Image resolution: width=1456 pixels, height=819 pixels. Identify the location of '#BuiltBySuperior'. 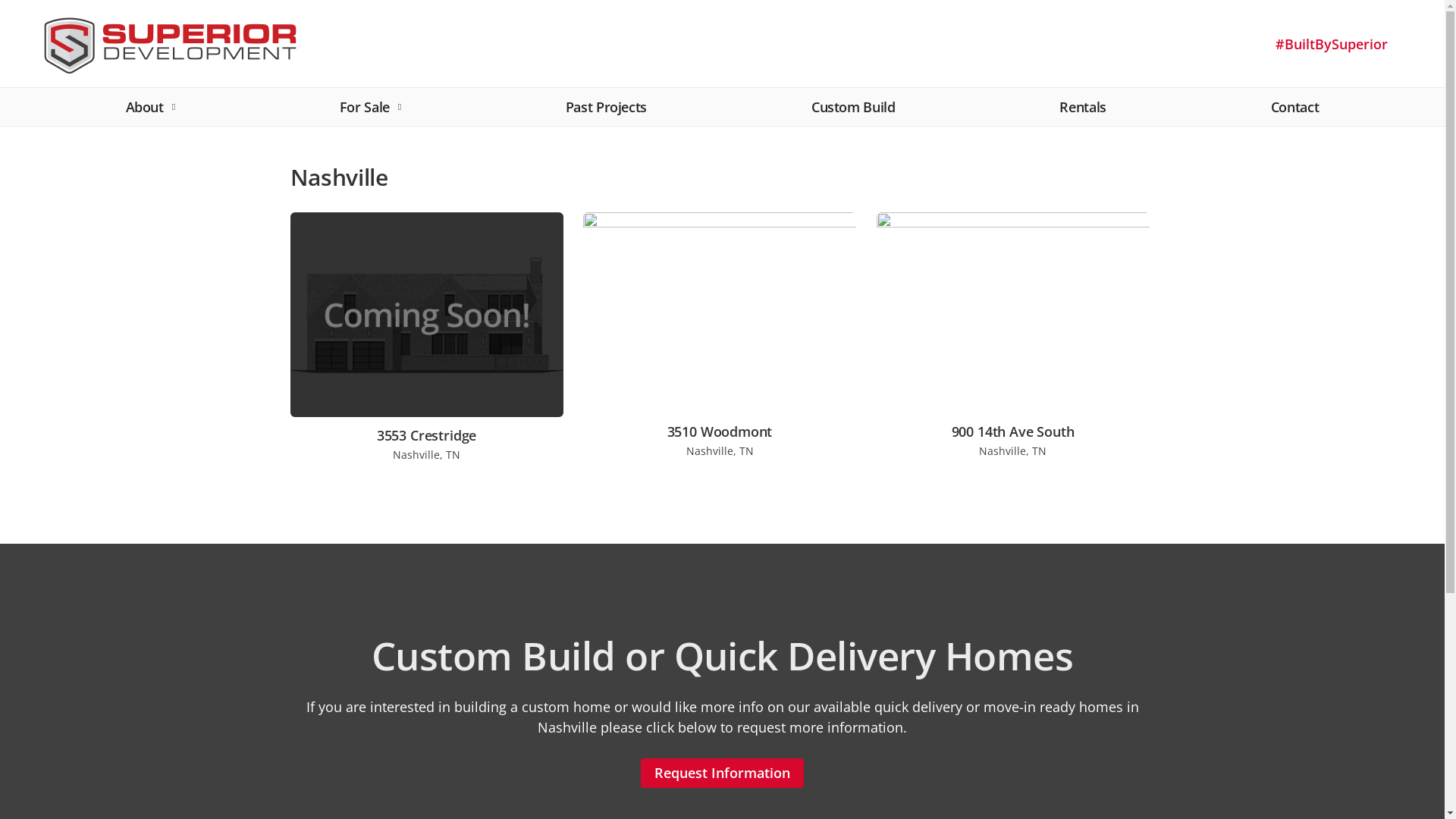
(1331, 42).